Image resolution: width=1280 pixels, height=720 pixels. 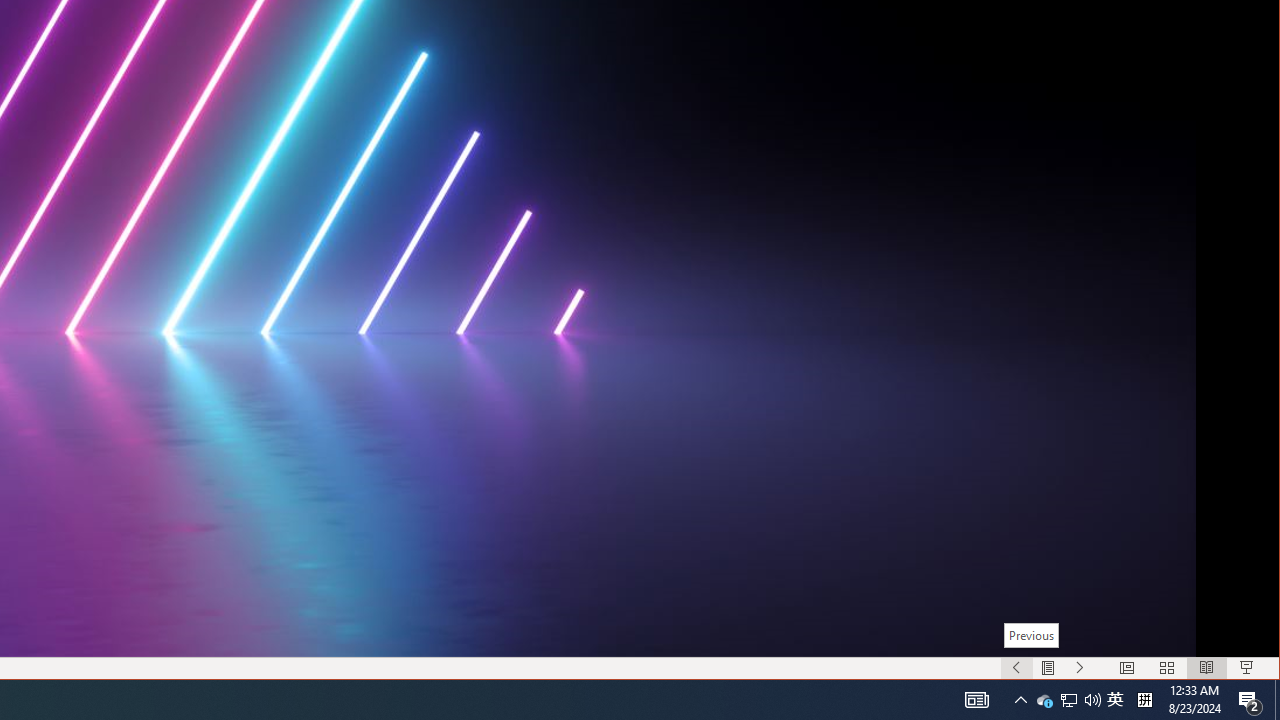 I want to click on 'Slide Show Previous On', so click(x=1016, y=668).